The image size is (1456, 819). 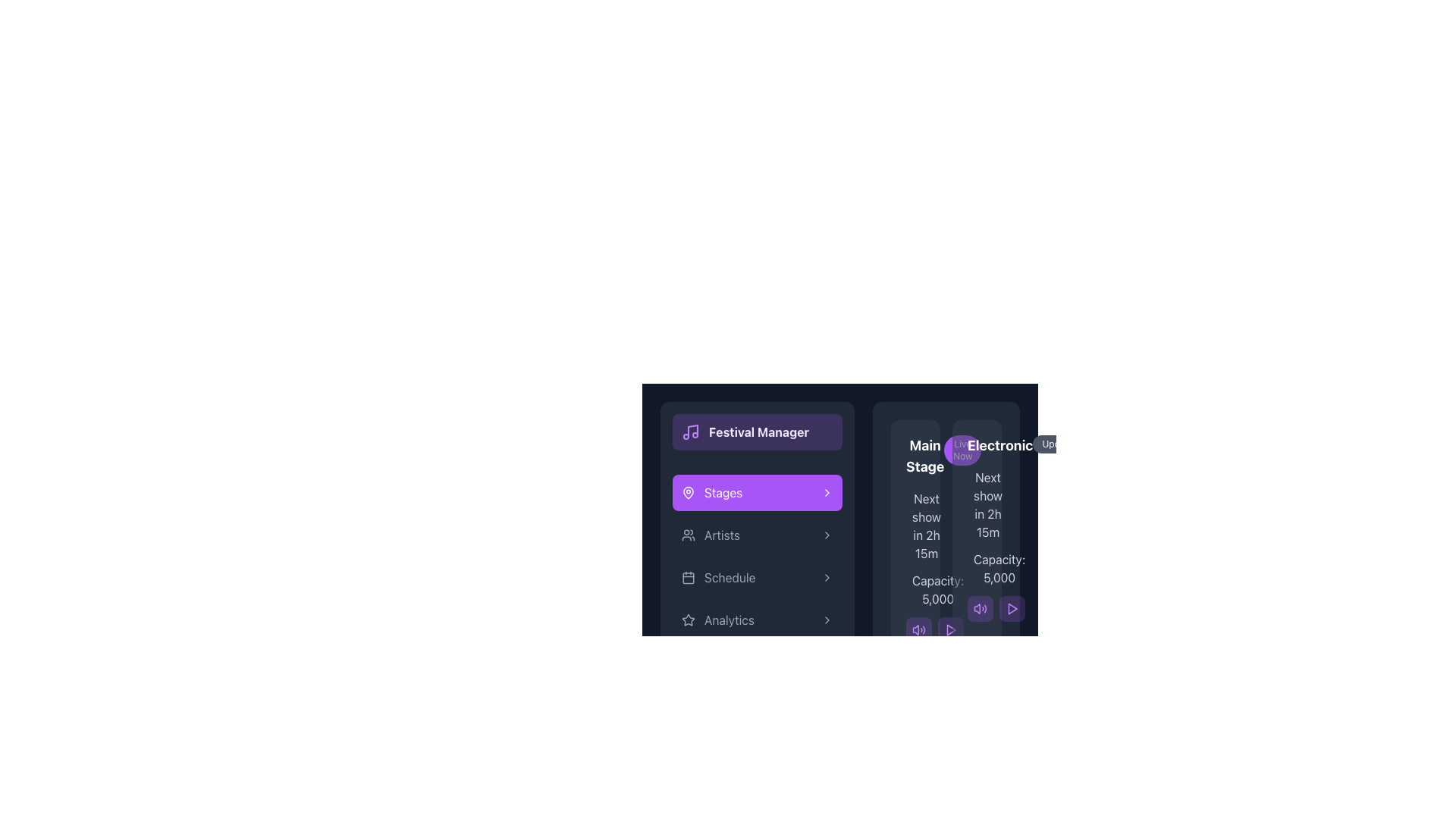 I want to click on the purple speaker icon button with sound waves, so click(x=977, y=607).